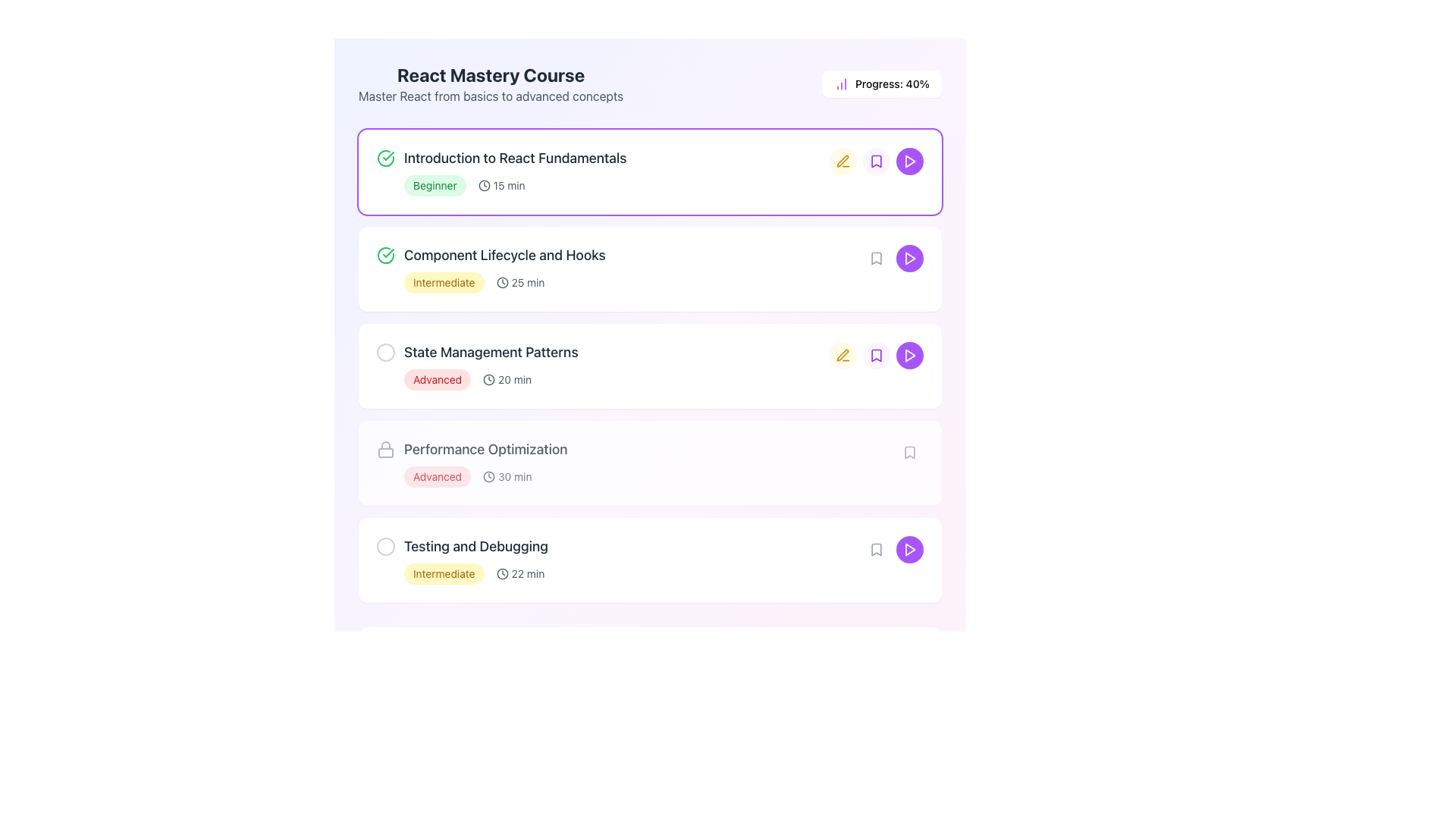  I want to click on the gray bookmark-shaped icon located inside the 'Component Lifecycle and Hooks' task block, so click(877, 257).